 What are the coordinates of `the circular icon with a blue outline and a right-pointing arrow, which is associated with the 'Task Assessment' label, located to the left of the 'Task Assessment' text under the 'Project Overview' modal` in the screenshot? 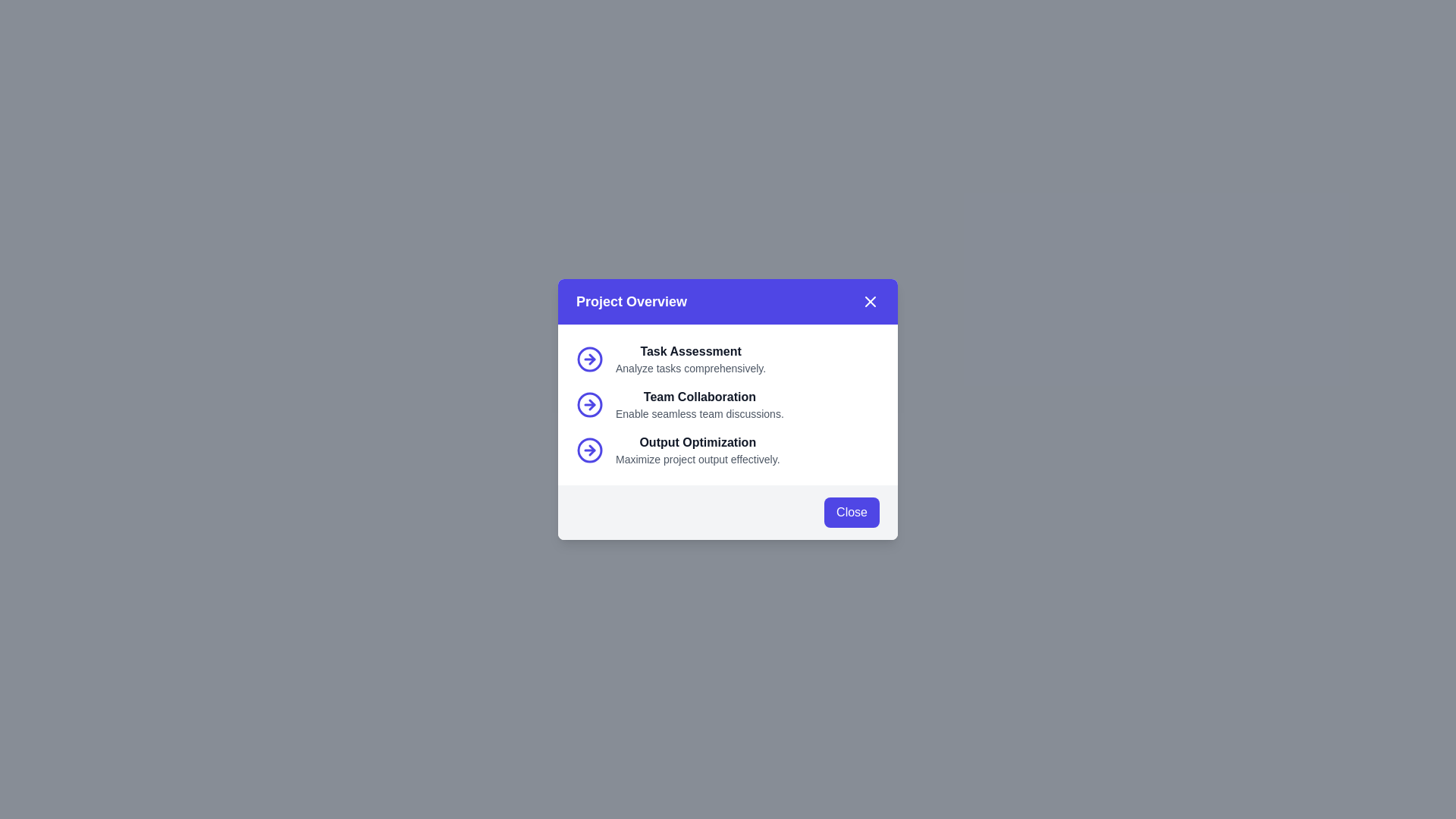 It's located at (588, 359).